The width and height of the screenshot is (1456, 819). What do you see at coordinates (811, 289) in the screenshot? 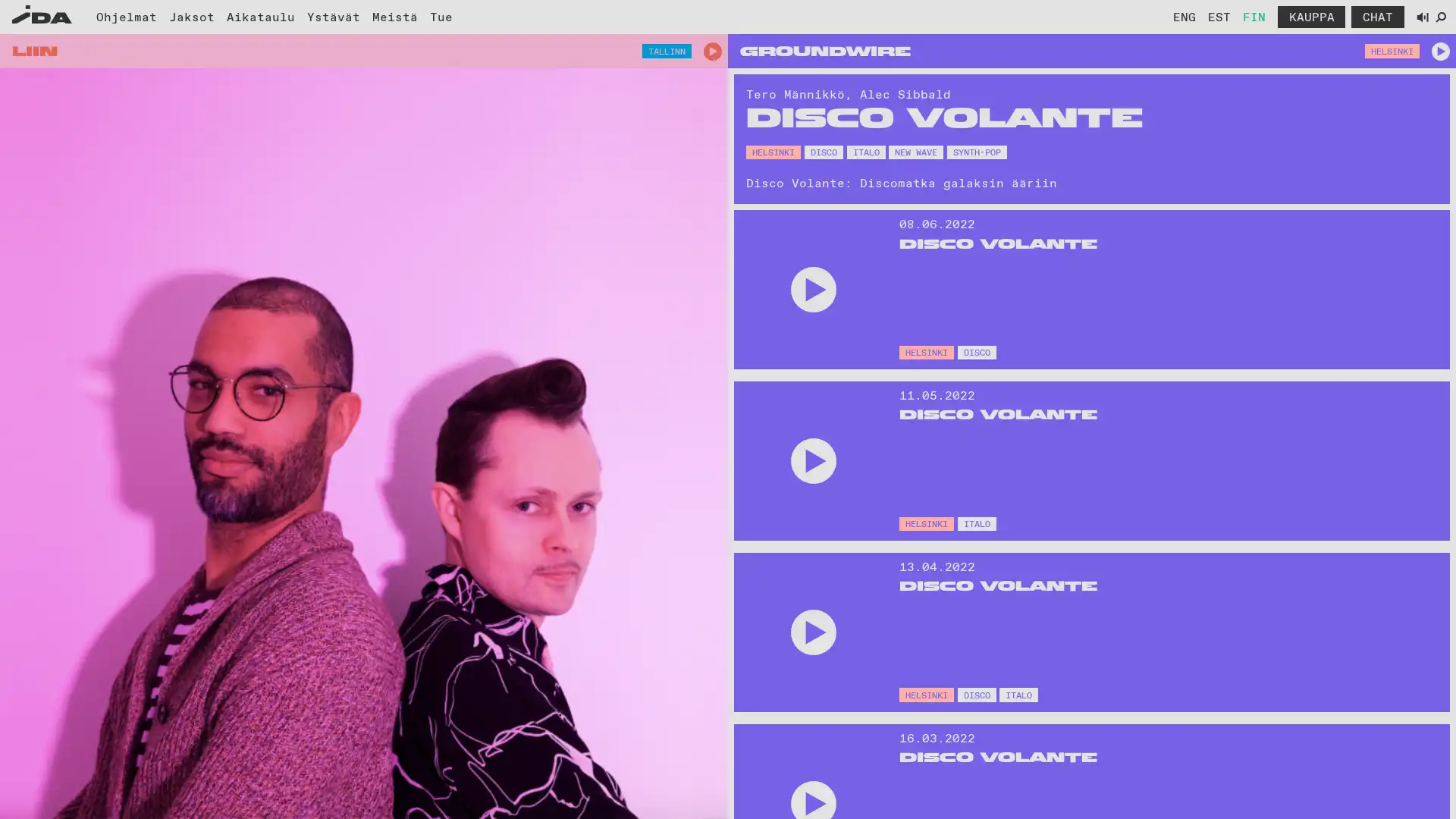
I see `Play` at bounding box center [811, 289].